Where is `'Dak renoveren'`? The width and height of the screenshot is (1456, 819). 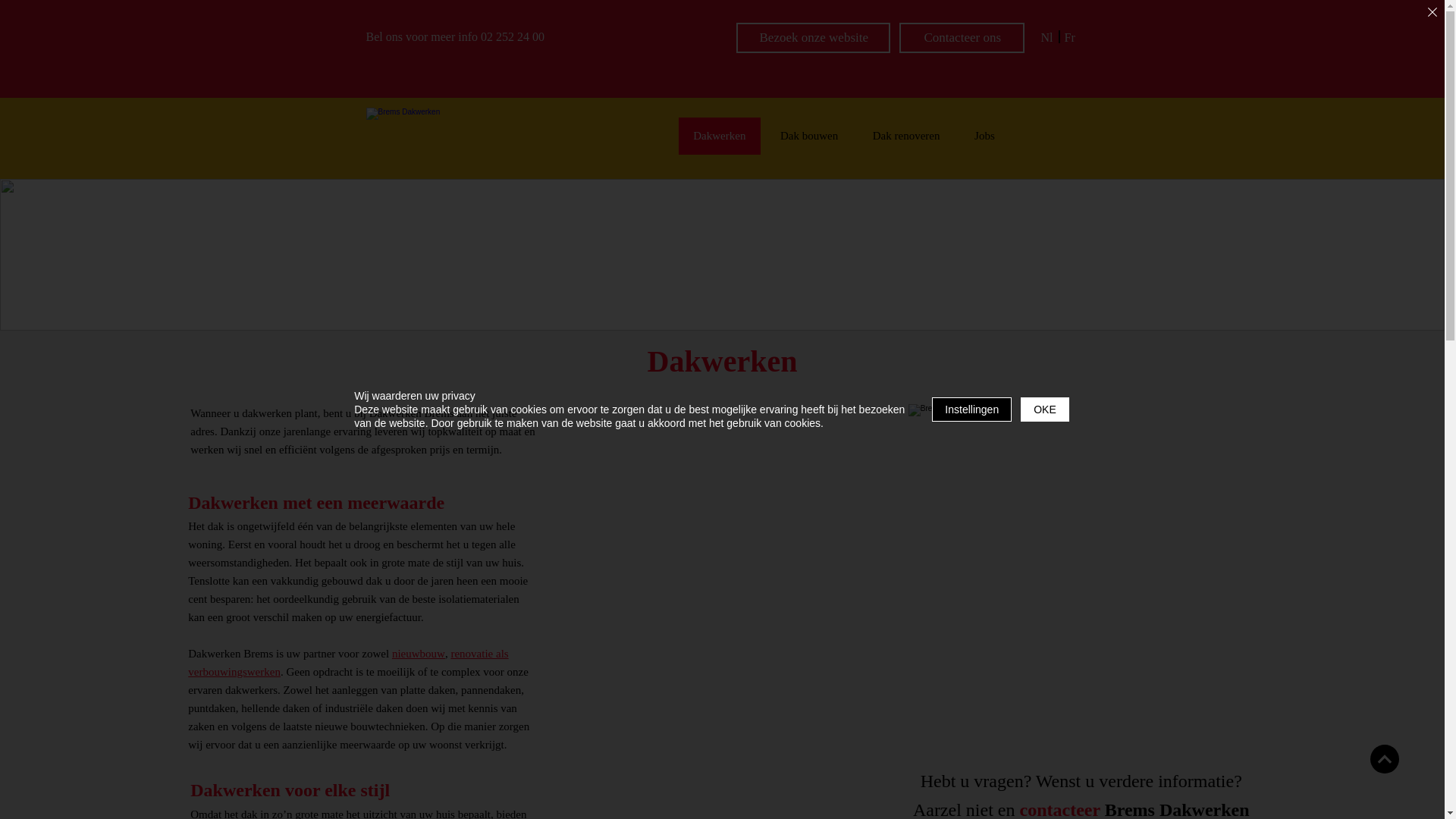
'Dak renoveren' is located at coordinates (906, 135).